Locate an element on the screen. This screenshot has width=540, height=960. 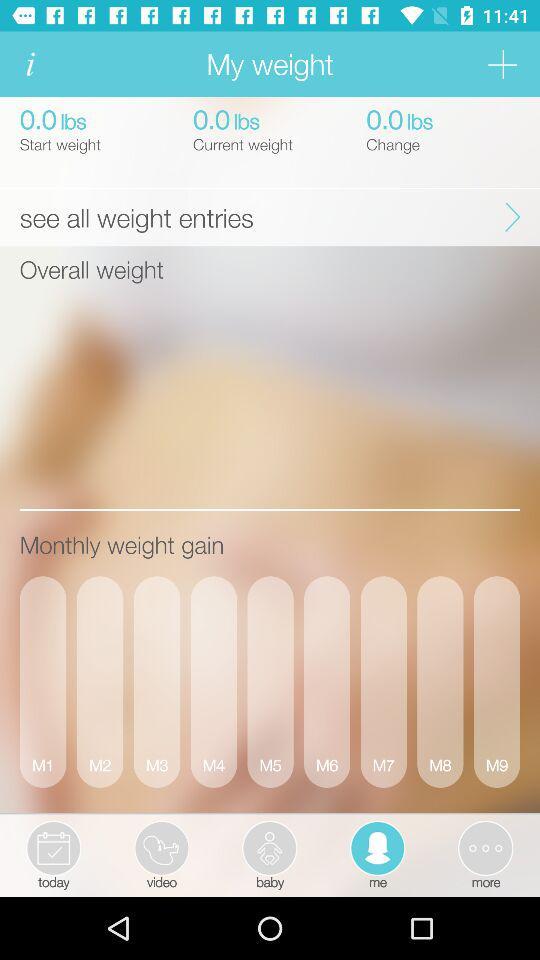
item is located at coordinates (501, 64).